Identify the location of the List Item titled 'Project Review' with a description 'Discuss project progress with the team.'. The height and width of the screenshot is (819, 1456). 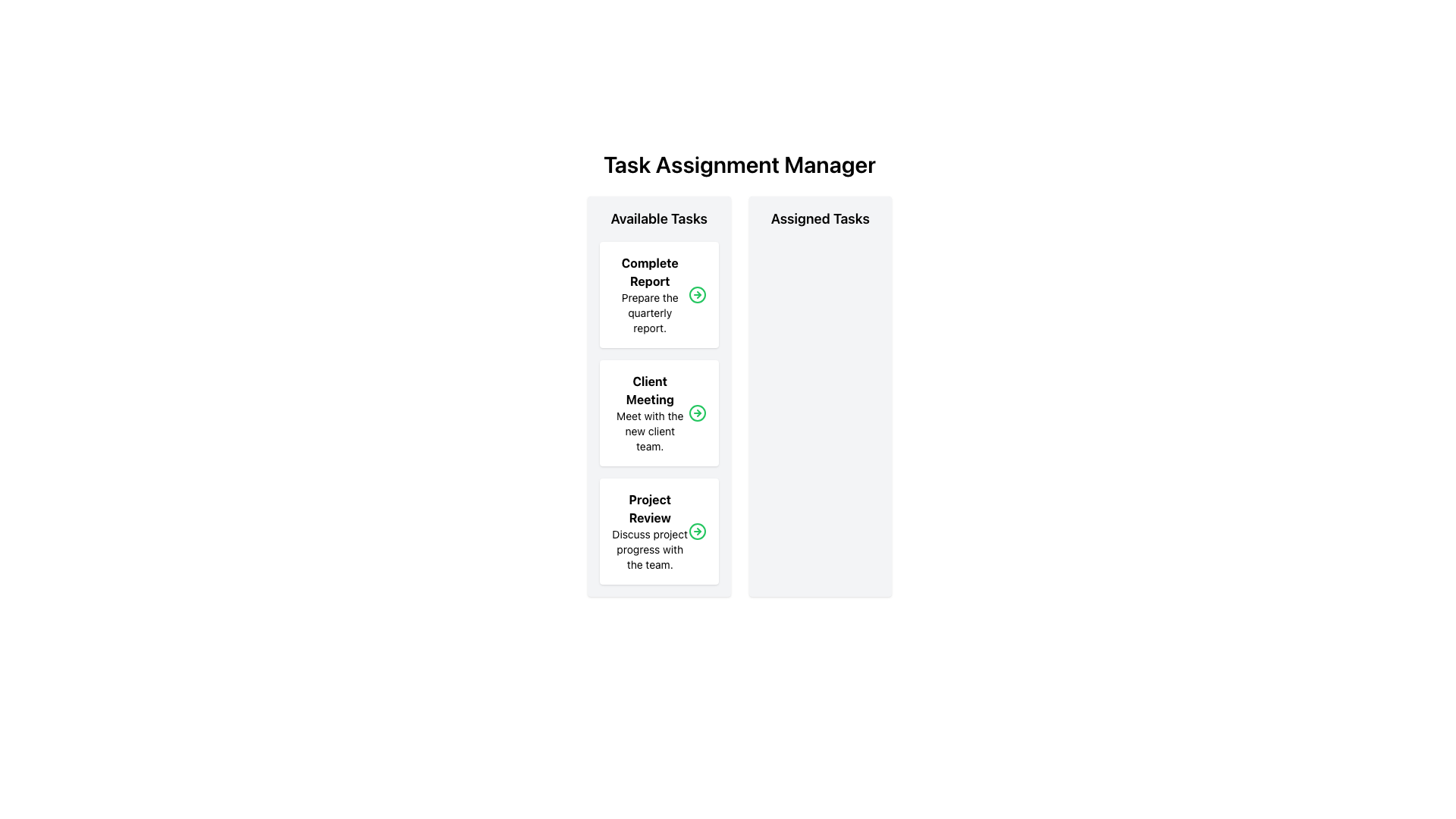
(650, 531).